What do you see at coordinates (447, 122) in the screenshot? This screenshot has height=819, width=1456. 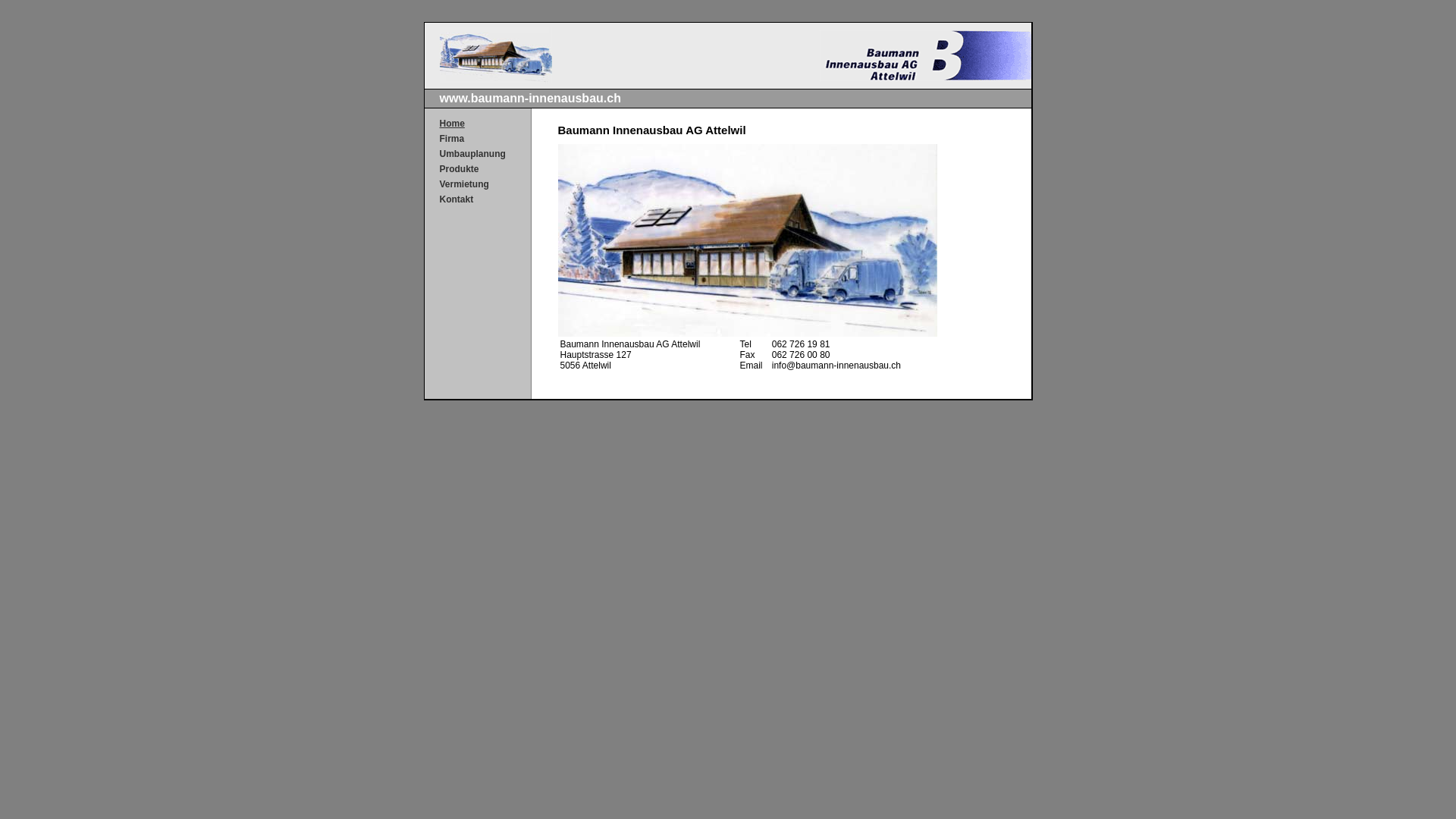 I see `'Home'` at bounding box center [447, 122].